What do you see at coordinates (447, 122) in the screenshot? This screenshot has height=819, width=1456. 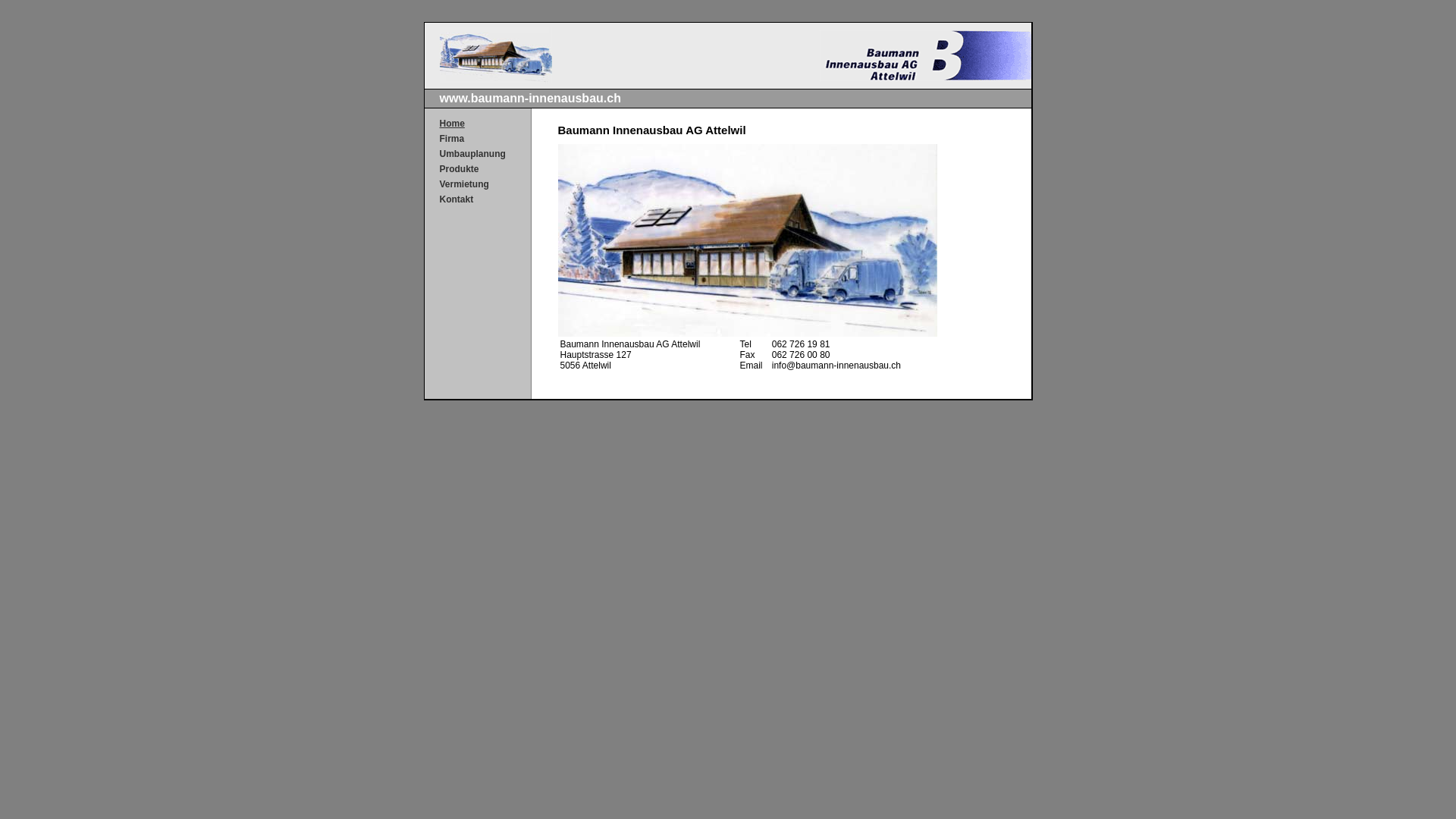 I see `'Home'` at bounding box center [447, 122].